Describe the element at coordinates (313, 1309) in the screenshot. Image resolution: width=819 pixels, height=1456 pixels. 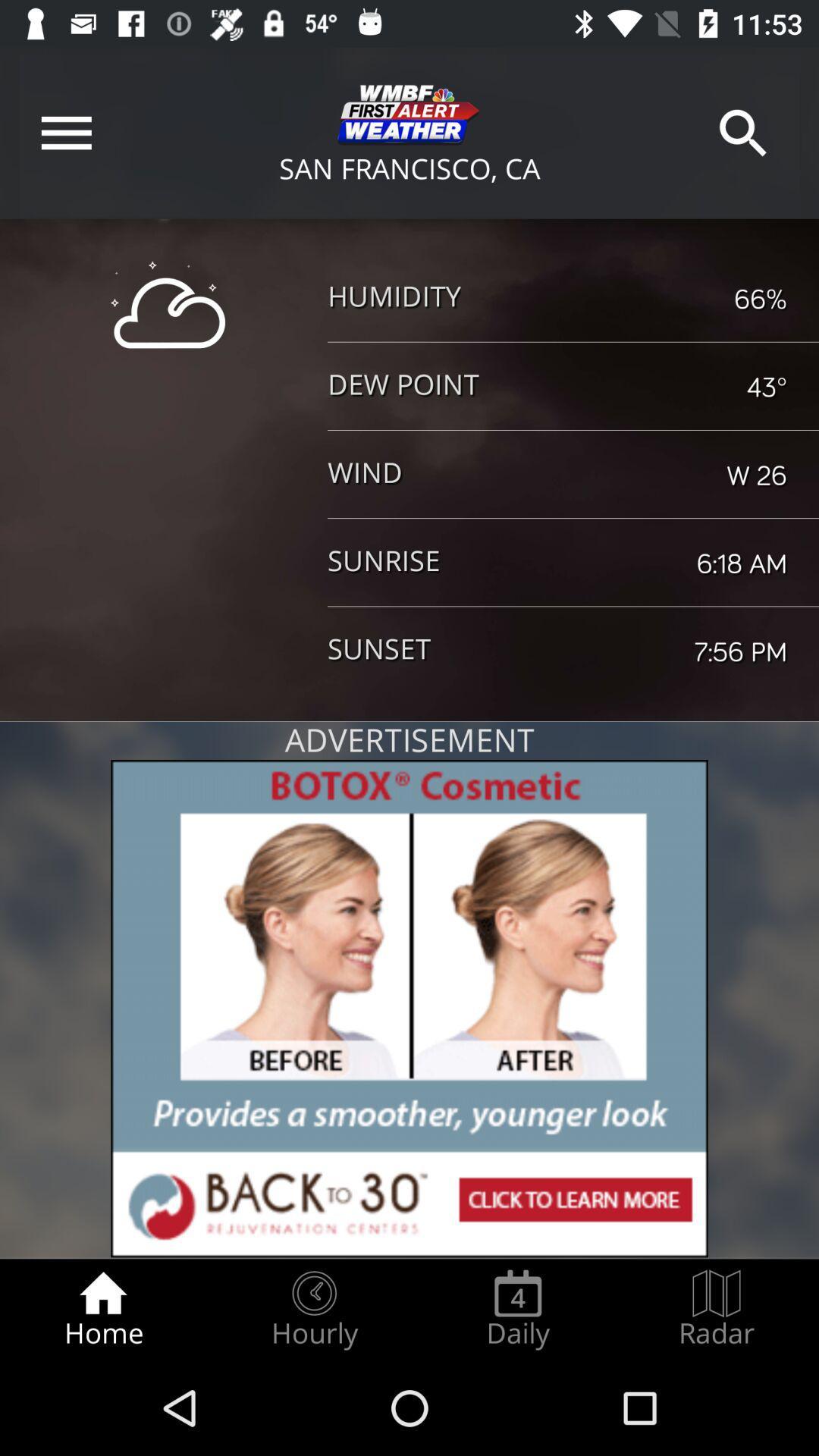
I see `item next to the home radio button` at that location.